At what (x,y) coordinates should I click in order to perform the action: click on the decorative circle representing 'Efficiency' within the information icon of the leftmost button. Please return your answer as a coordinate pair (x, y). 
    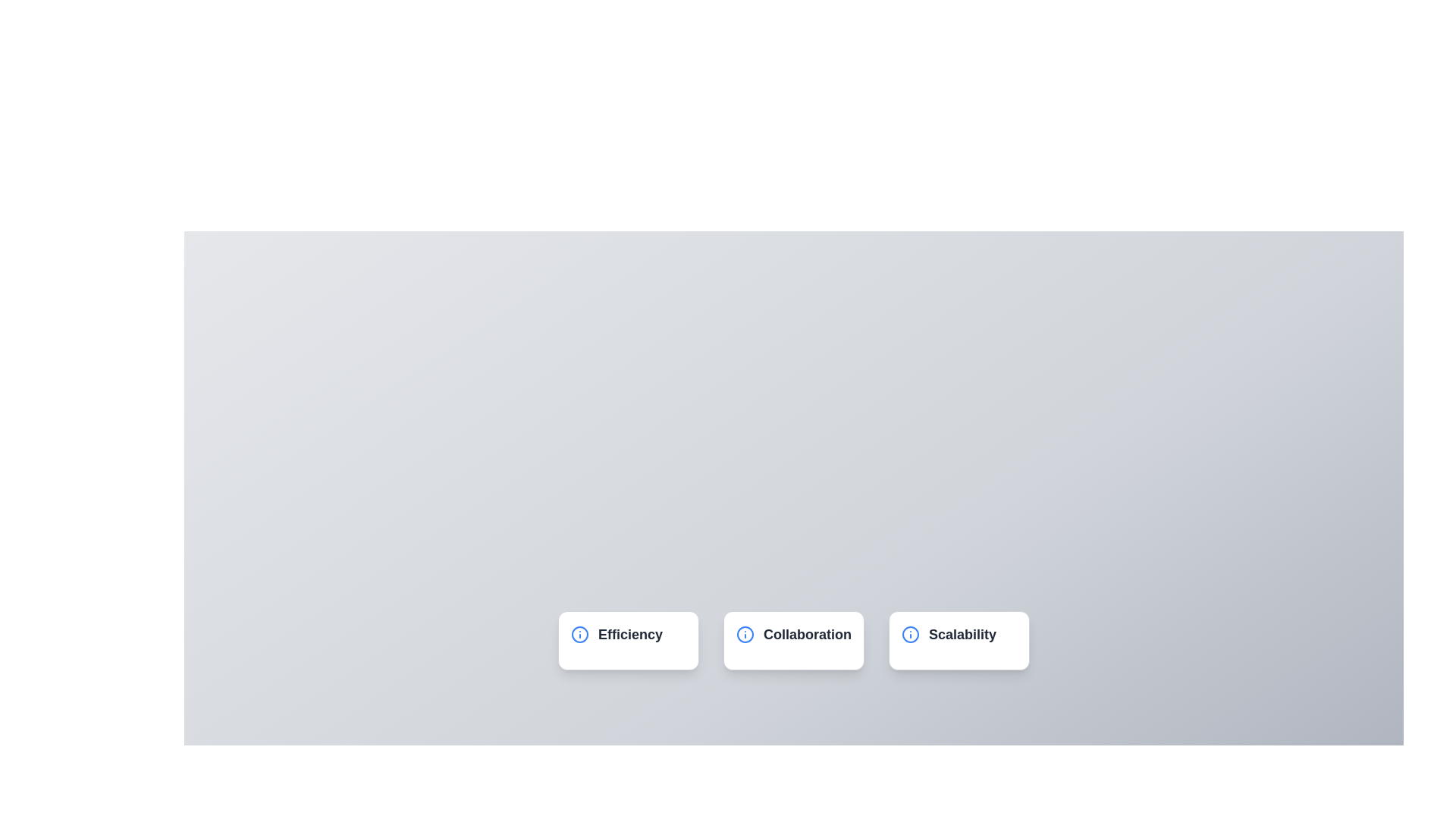
    Looking at the image, I should click on (579, 635).